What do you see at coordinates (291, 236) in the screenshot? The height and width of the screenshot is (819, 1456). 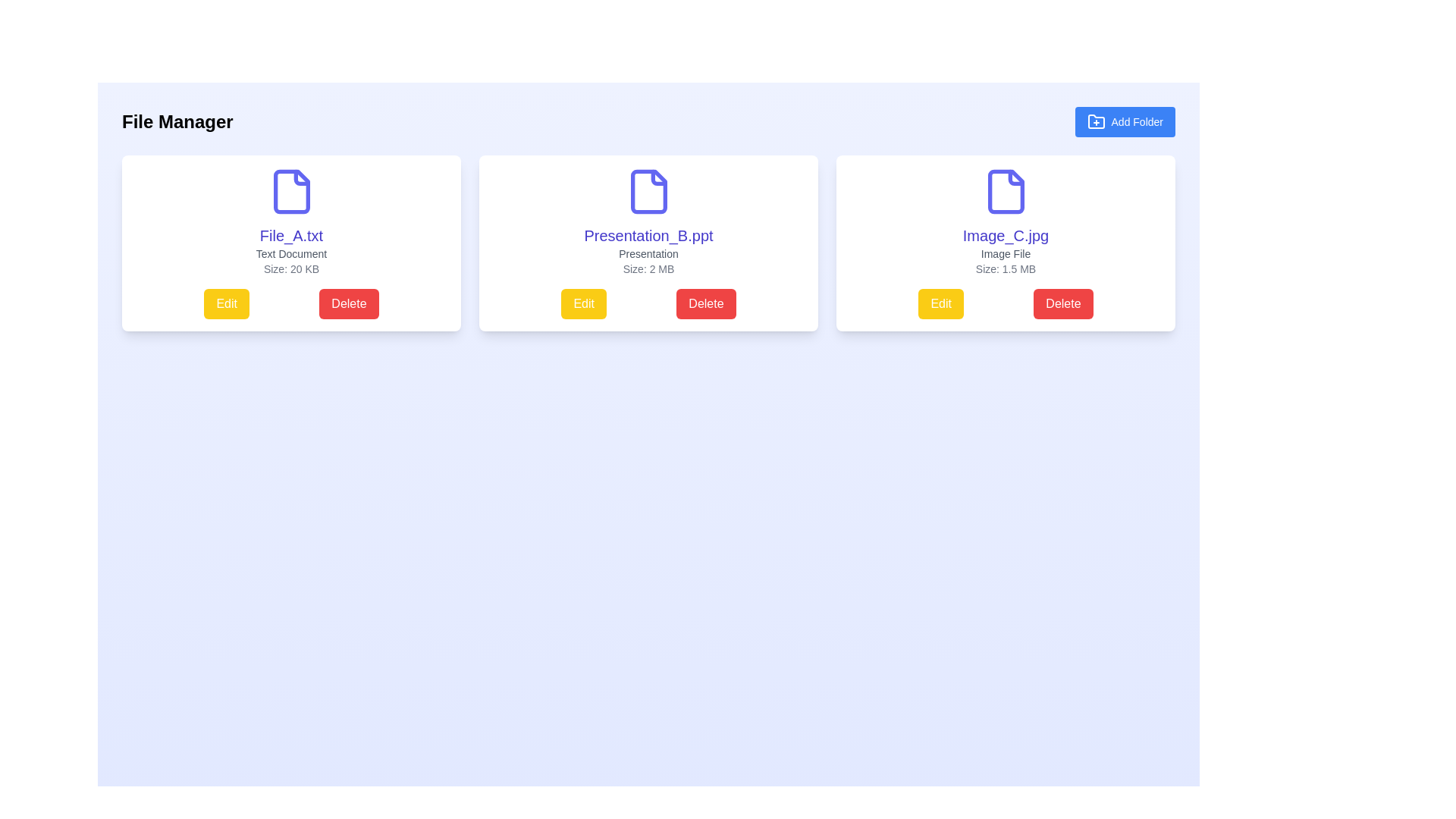 I see `the static text label displaying the name of the file, located above the 'Text Document' descriptor and 'Size: 20 KB' indication, to trigger a visual highlight or tooltip` at bounding box center [291, 236].